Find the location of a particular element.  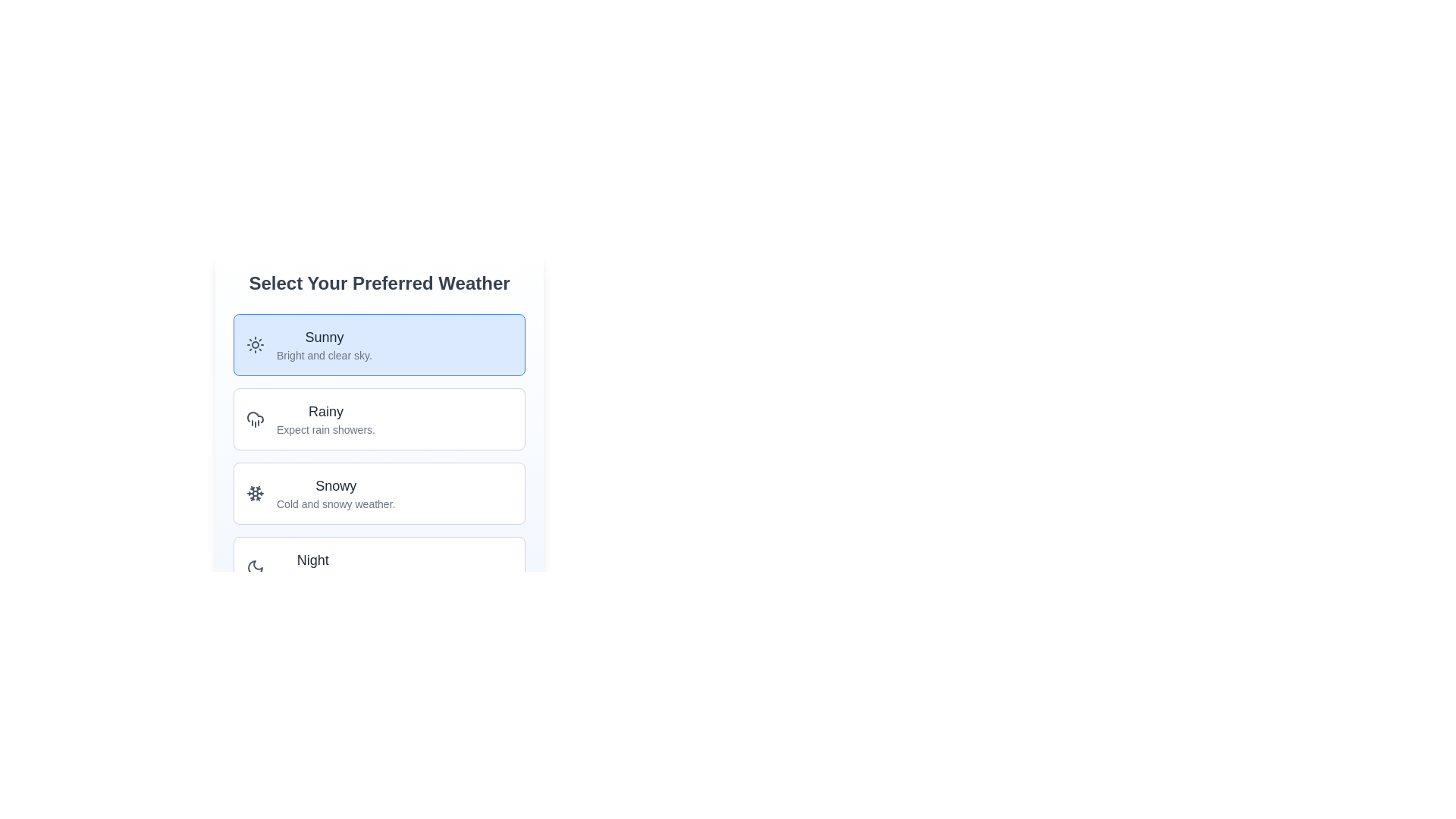

the text label indicating nighttime weather conditions, located at the bottom of the weather options list, above the descriptive text 'Clear night sky.' is located at coordinates (312, 560).